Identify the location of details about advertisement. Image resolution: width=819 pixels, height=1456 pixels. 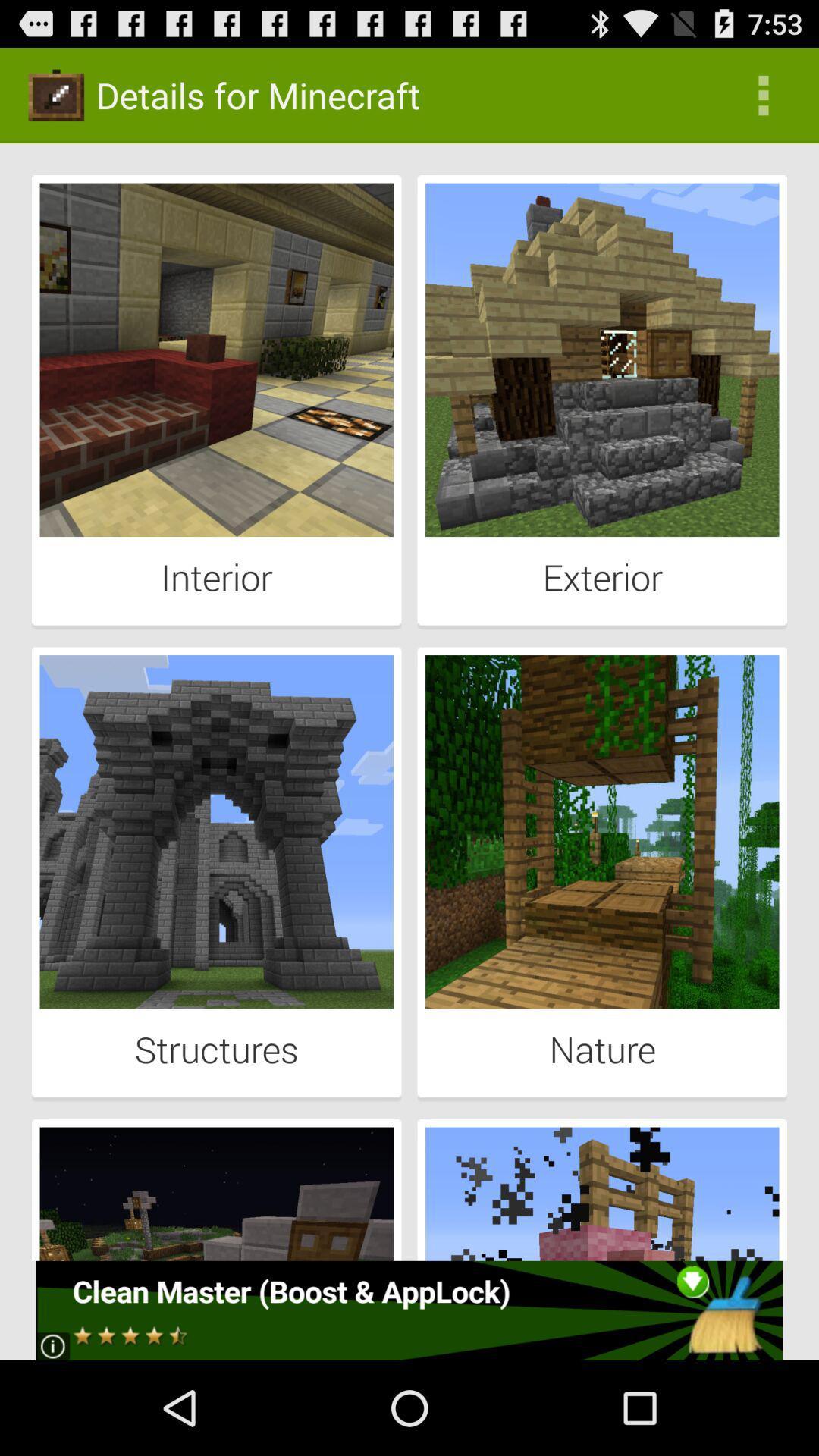
(408, 1310).